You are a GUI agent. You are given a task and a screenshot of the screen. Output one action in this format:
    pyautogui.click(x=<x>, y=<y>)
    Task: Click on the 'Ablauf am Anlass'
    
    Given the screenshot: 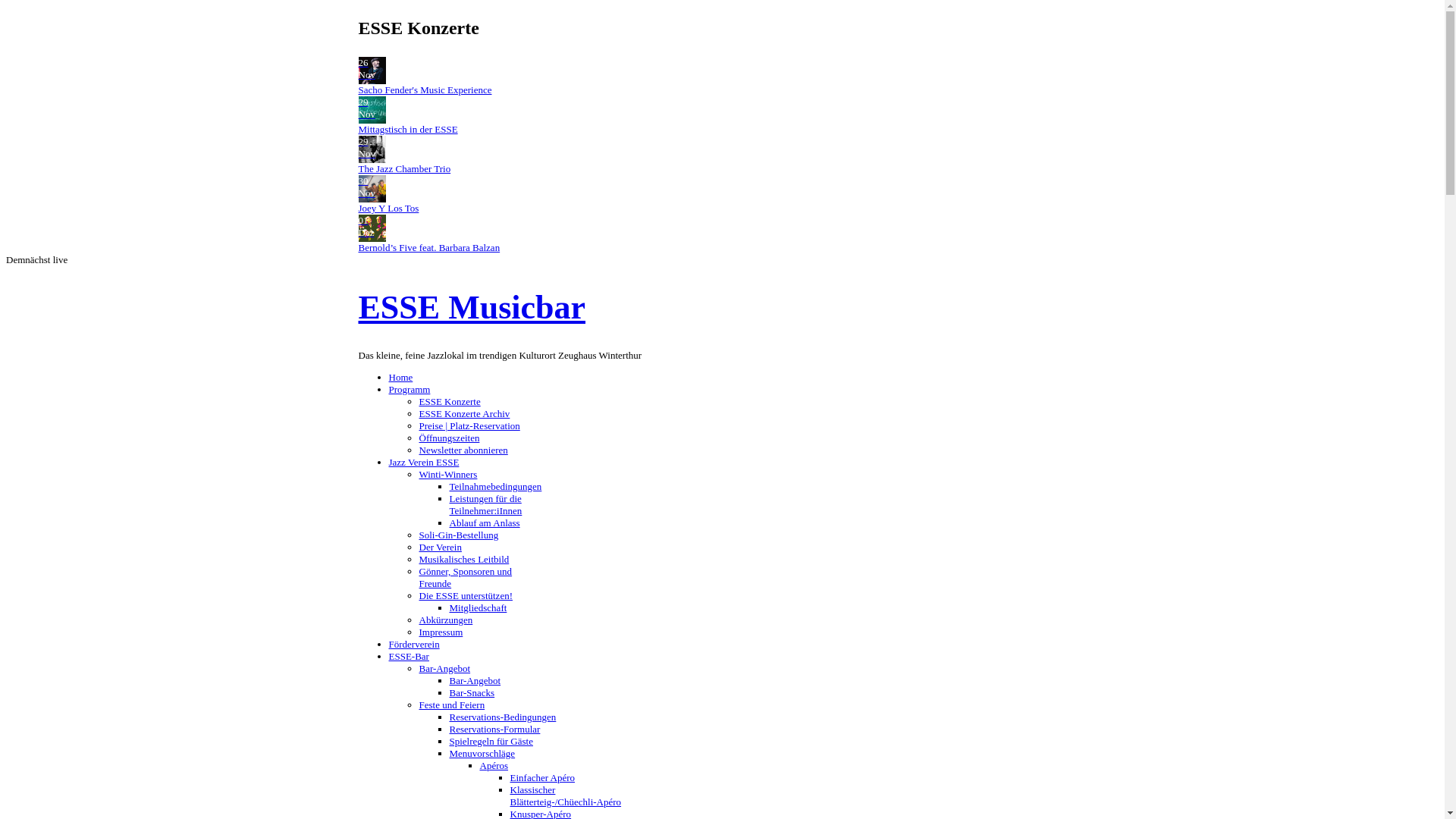 What is the action you would take?
    pyautogui.click(x=483, y=522)
    